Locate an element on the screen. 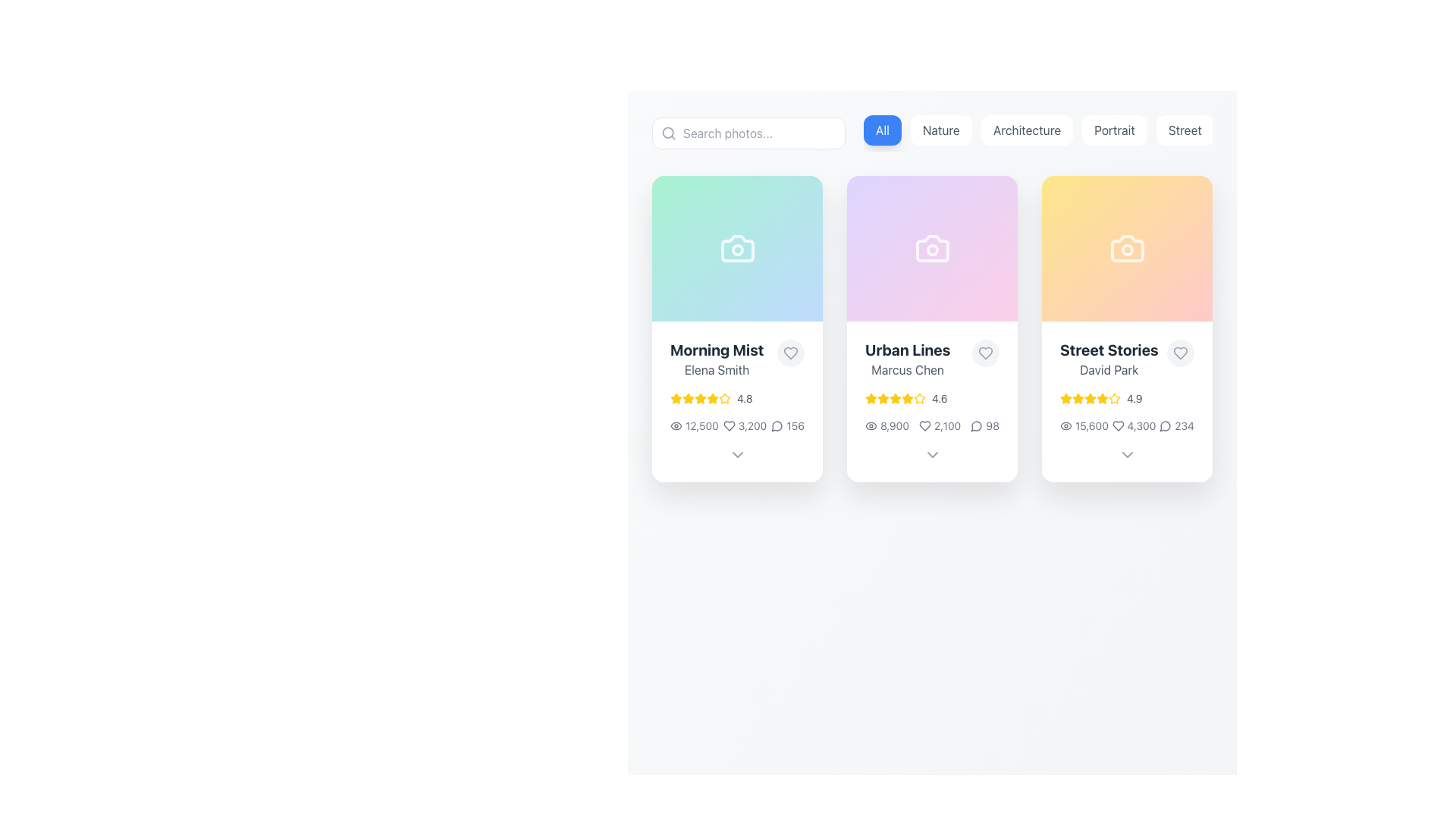  the third star icon in the rating stars for the 'Street Stories' card to interact with the rating function is located at coordinates (1065, 397).